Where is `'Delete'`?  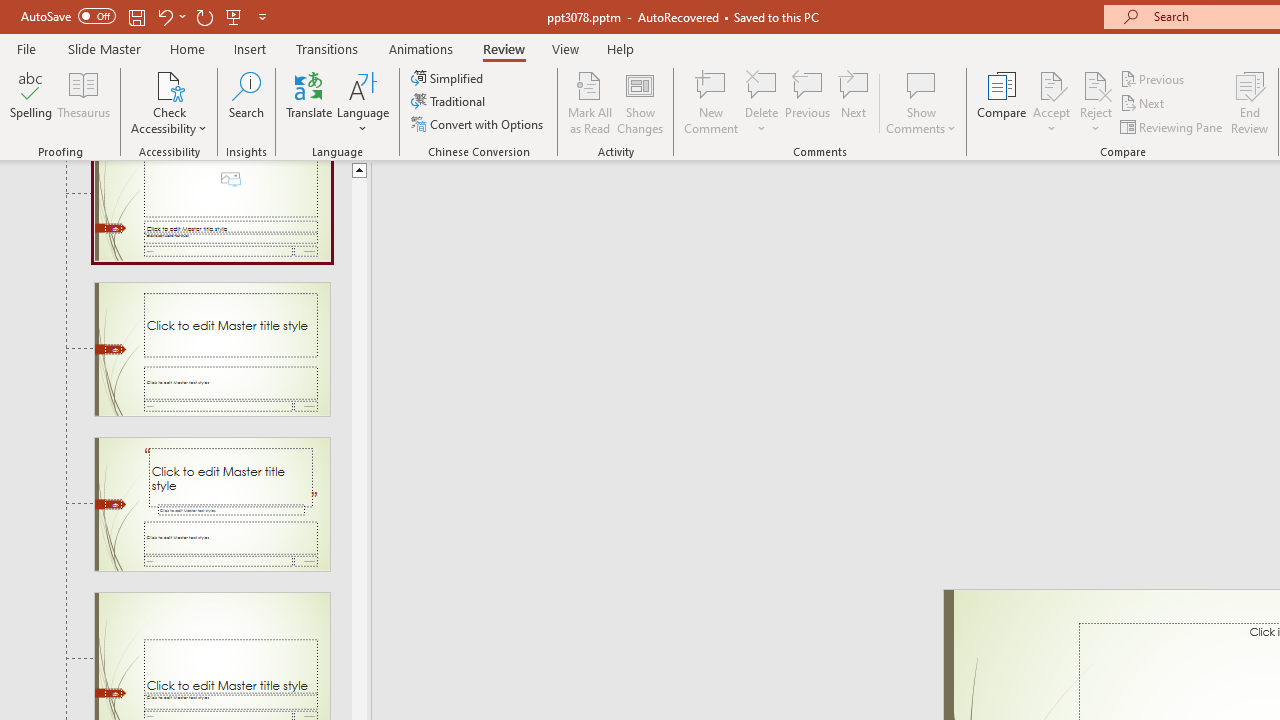 'Delete' is located at coordinates (761, 103).